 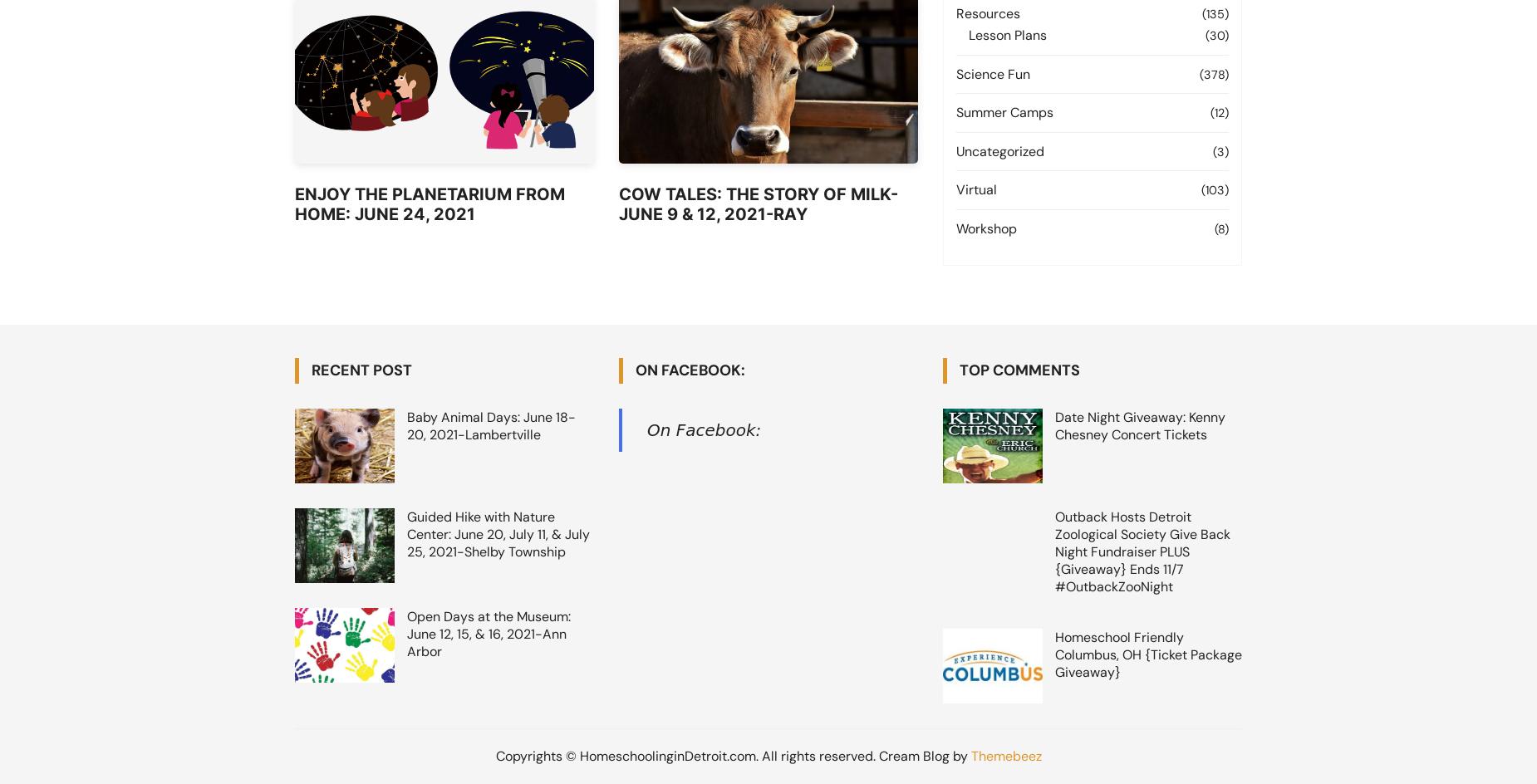 What do you see at coordinates (430, 204) in the screenshot?
I see `'Enjoy the Planetarium From Home: June 24, 2021'` at bounding box center [430, 204].